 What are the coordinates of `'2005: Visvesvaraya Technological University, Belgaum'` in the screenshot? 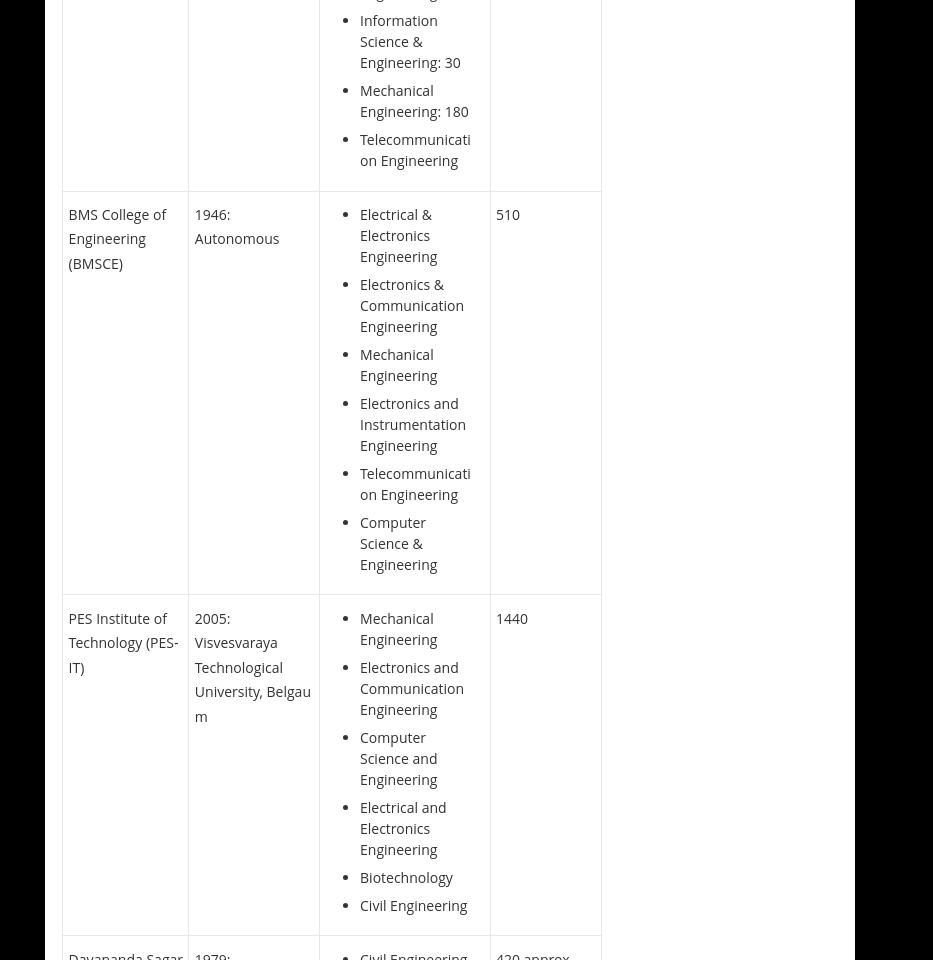 It's located at (251, 666).